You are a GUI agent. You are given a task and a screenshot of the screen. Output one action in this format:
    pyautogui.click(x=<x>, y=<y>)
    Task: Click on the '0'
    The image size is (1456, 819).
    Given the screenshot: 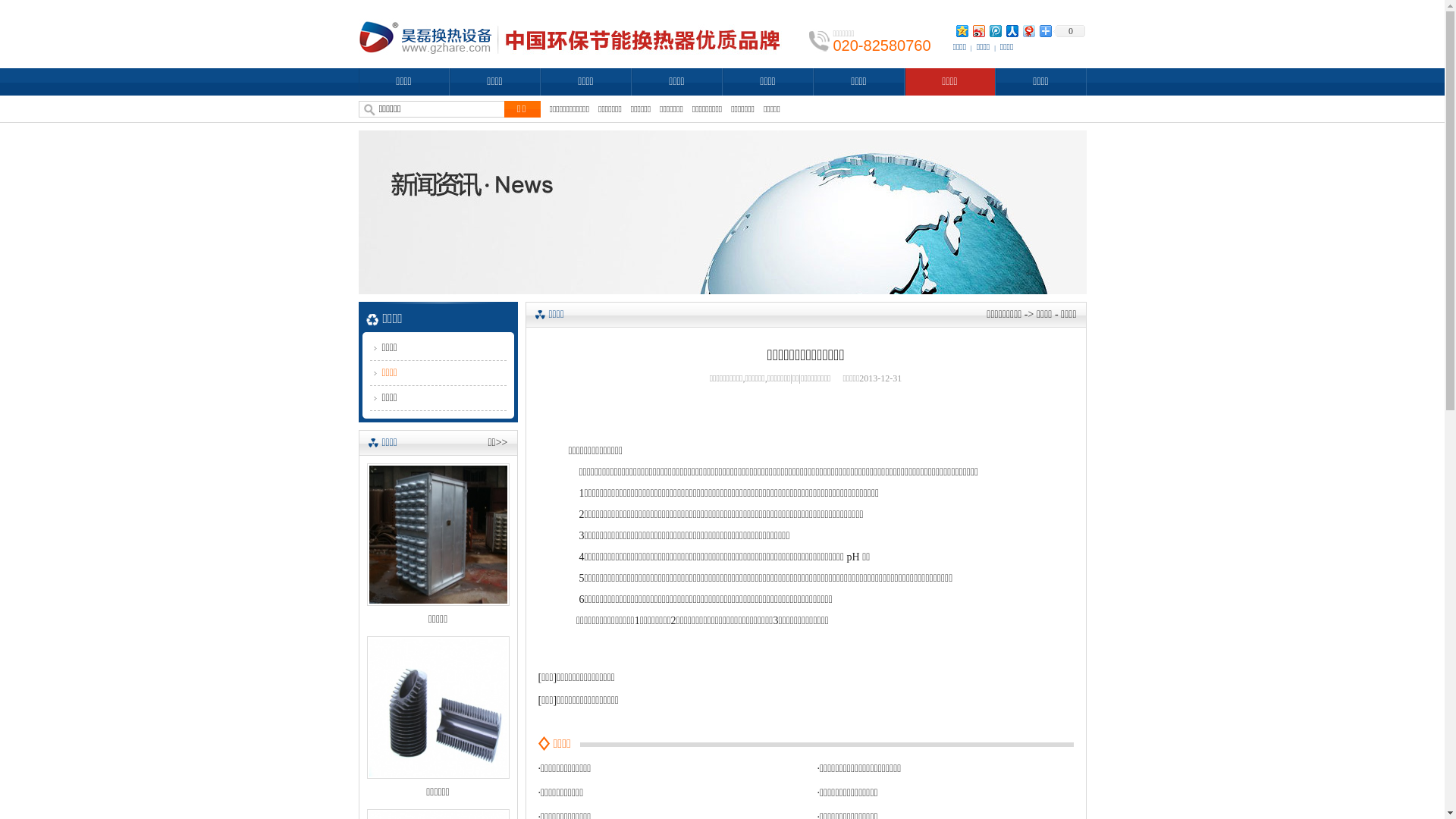 What is the action you would take?
    pyautogui.click(x=1068, y=31)
    